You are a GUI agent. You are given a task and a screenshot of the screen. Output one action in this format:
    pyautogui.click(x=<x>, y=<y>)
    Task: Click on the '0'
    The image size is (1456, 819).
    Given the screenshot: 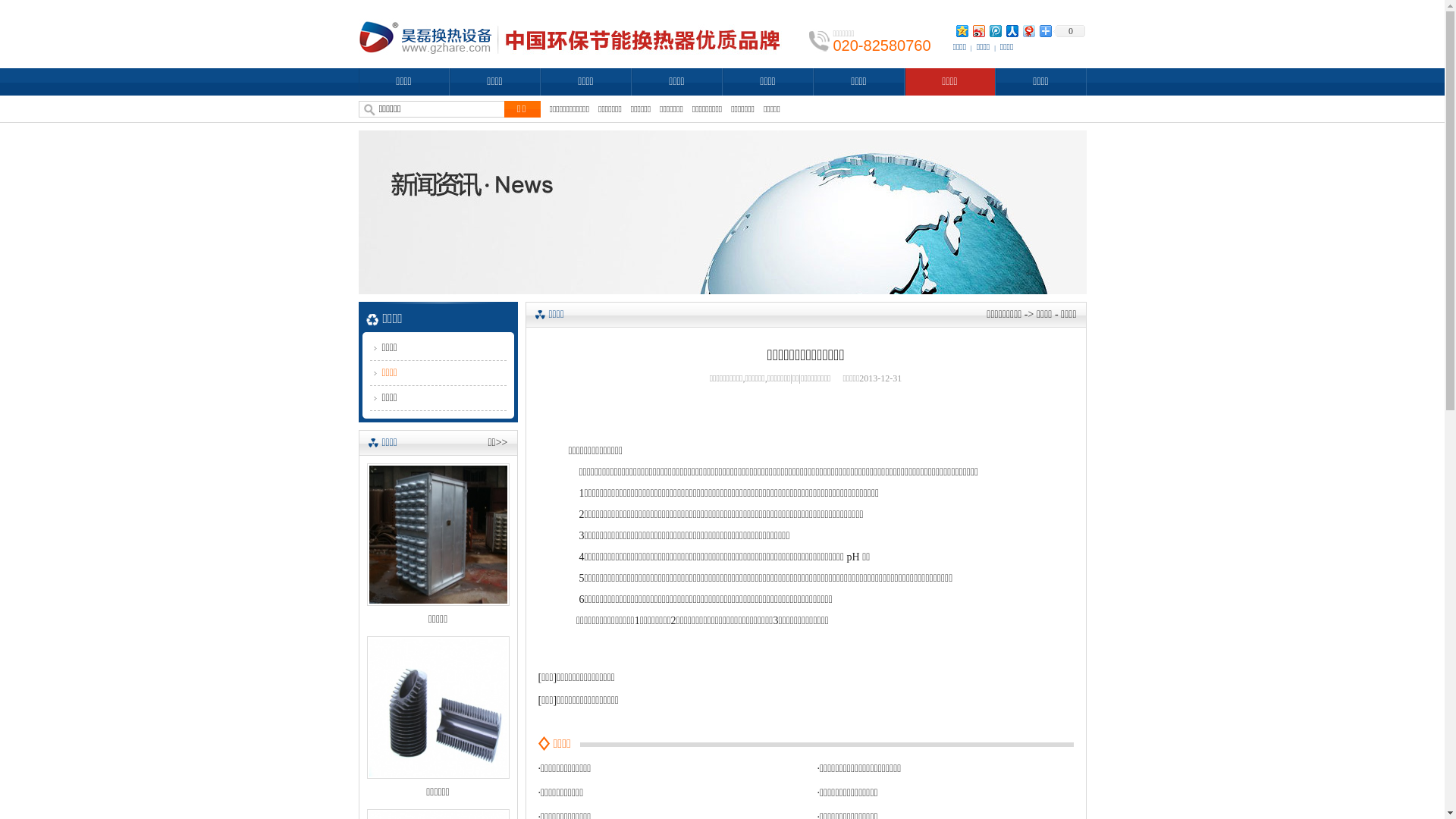 What is the action you would take?
    pyautogui.click(x=1068, y=31)
    